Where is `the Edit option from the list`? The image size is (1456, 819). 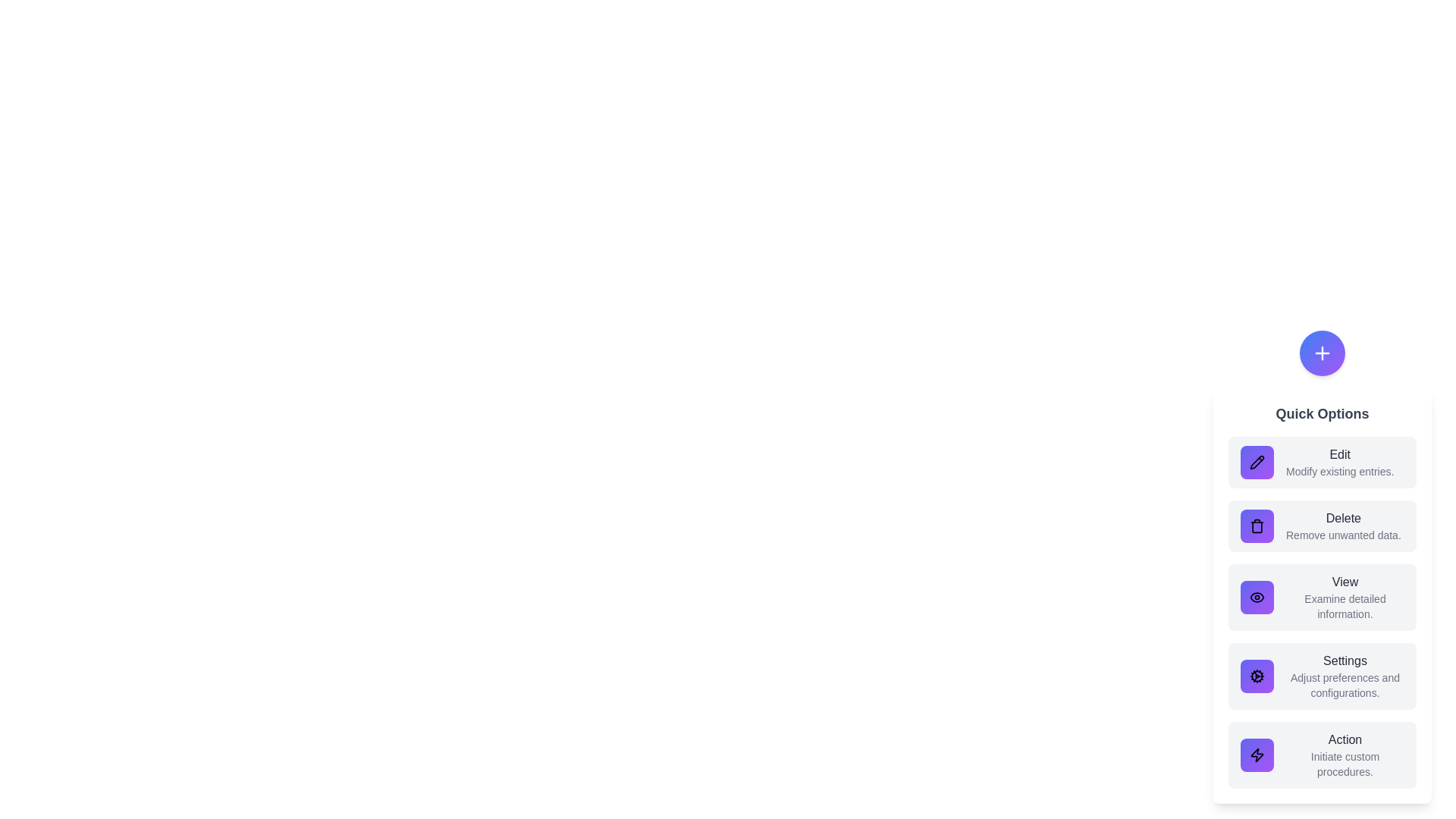 the Edit option from the list is located at coordinates (1321, 461).